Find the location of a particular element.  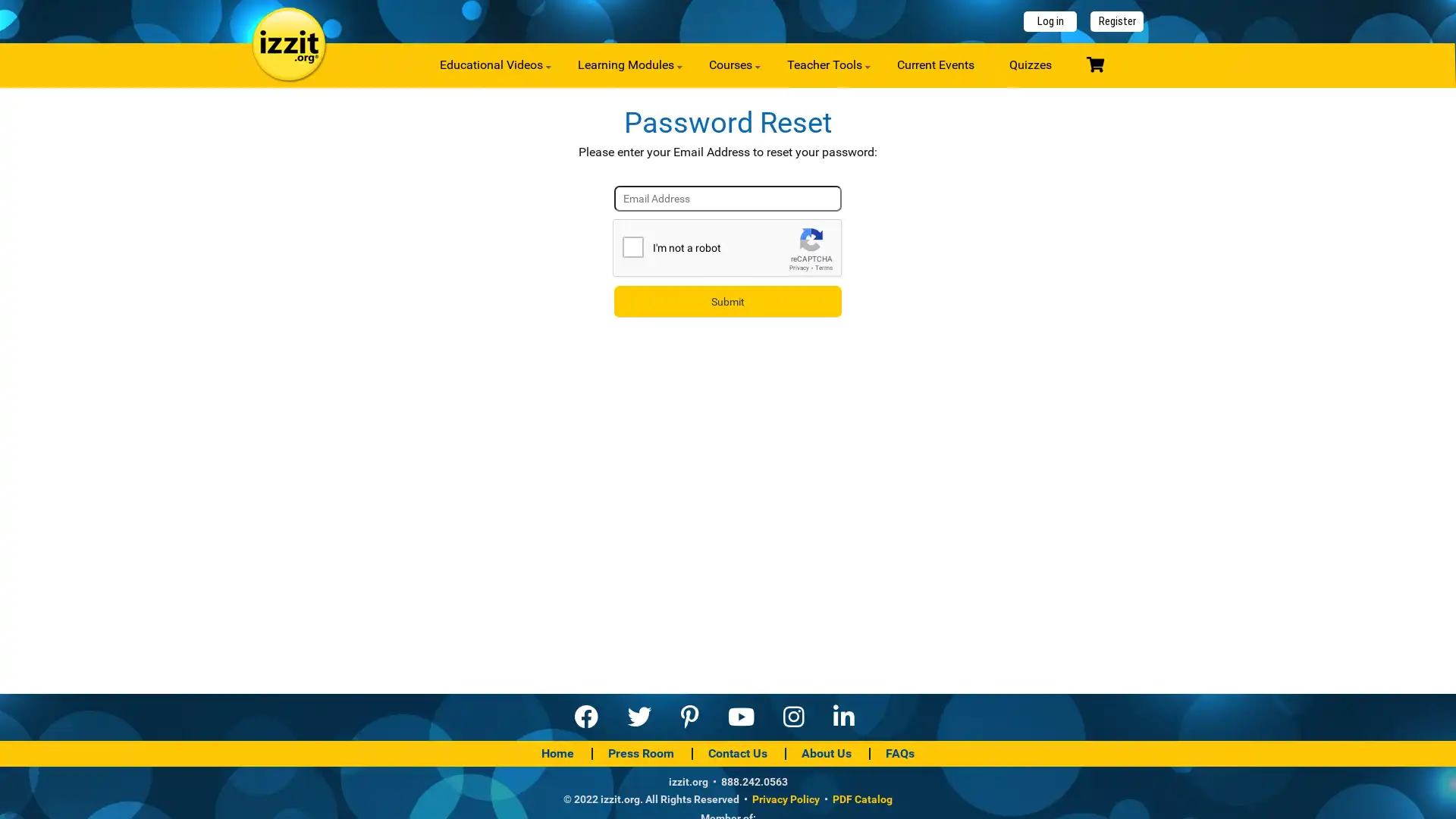

Log in is located at coordinates (1050, 21).